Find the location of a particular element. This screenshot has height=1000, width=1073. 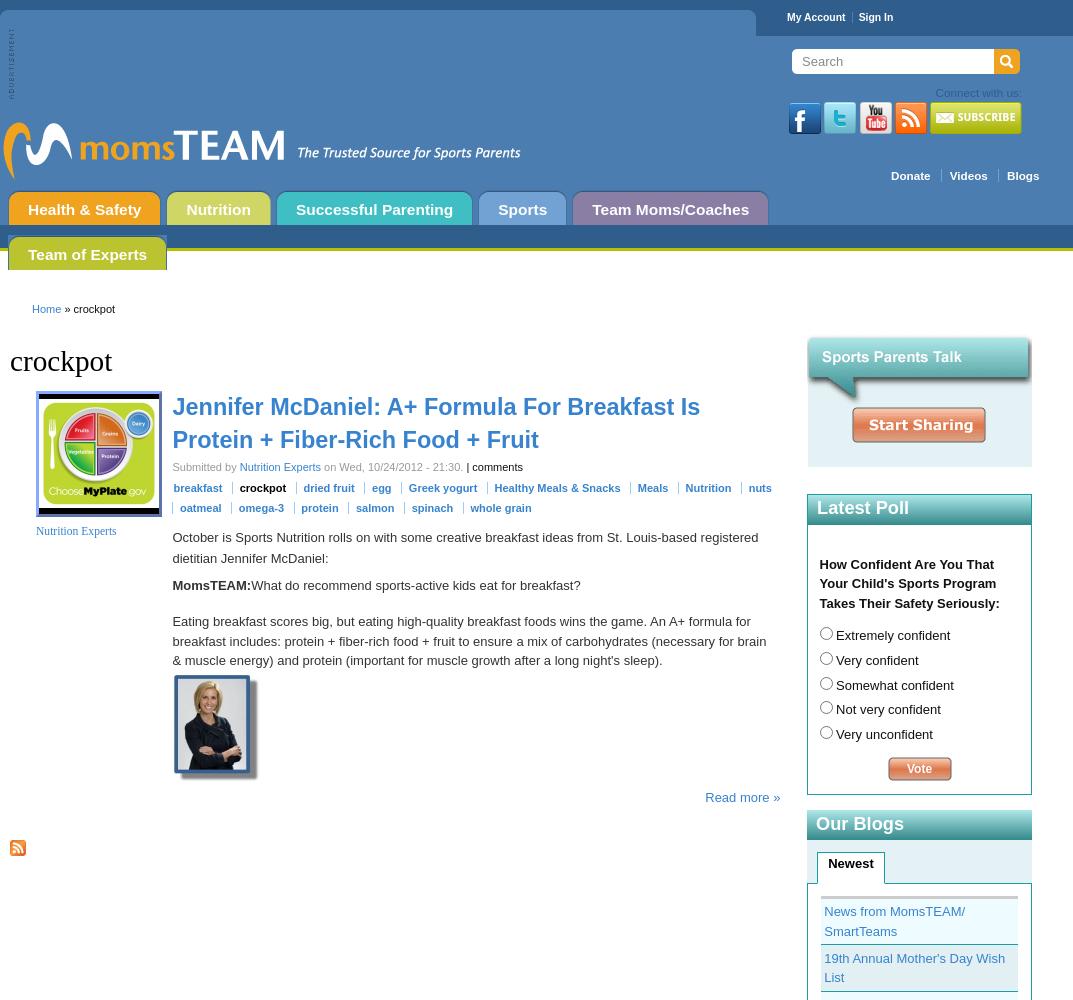

'spinach' is located at coordinates (431, 508).